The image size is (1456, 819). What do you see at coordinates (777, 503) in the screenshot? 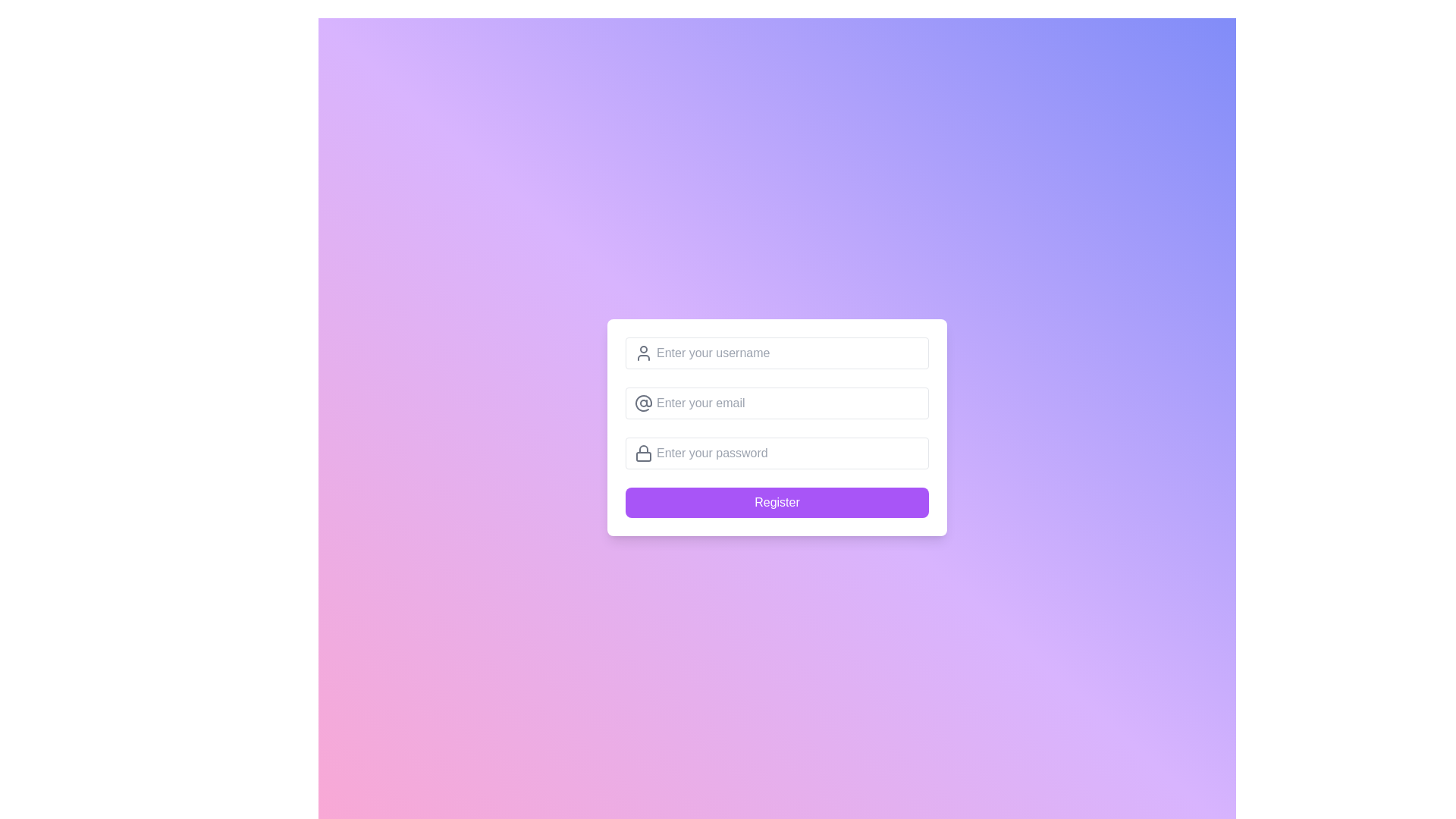
I see `the 'Register' button, which is a rectangular button with rounded corners and a vibrant purple background` at bounding box center [777, 503].